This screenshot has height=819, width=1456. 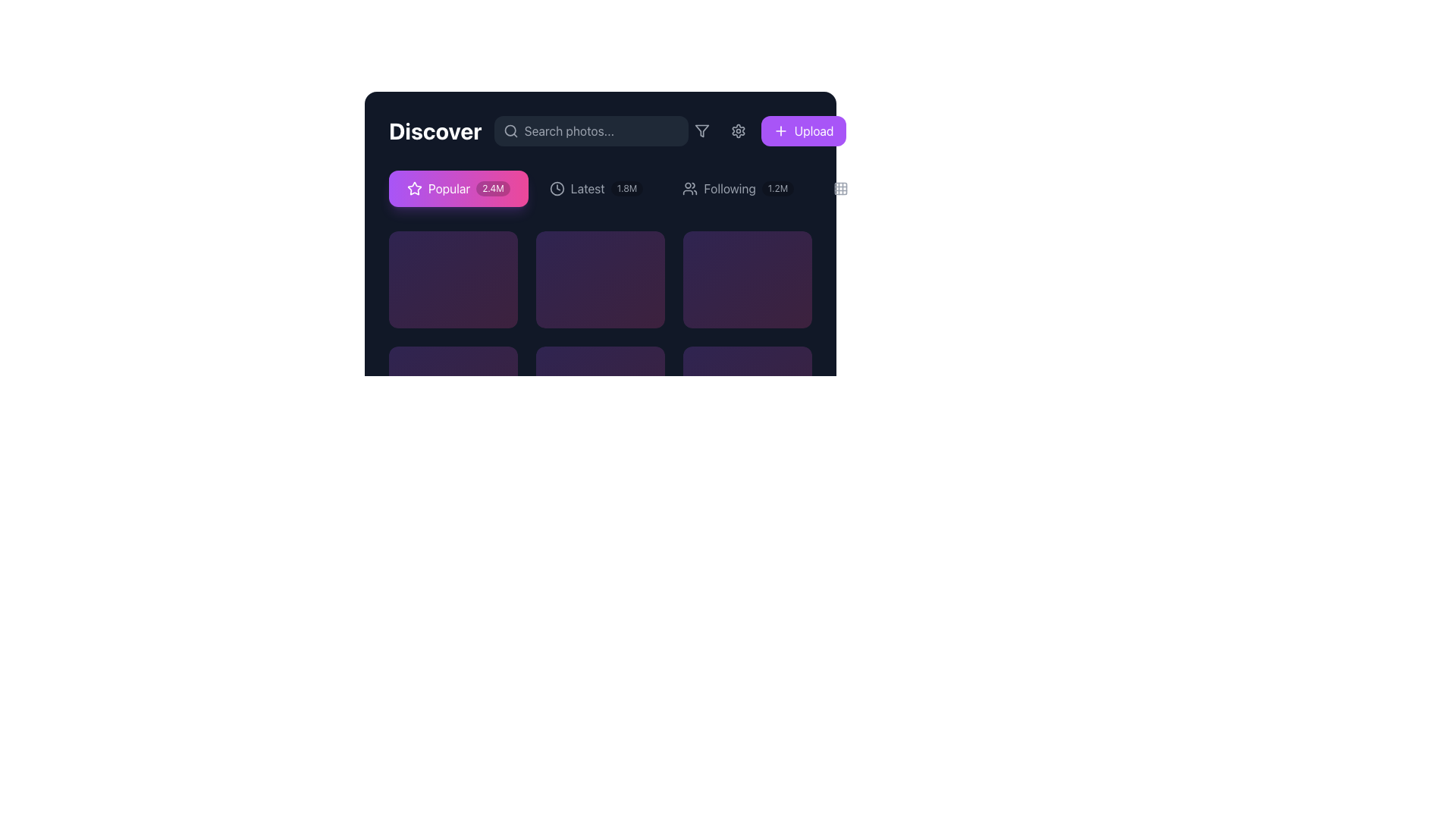 I want to click on the button containing the text 'Popular' styled in white font against a gradient background, located to the right of a star-shaped icon and left of '2.4M', below the 'Discover' heading, so click(x=448, y=188).